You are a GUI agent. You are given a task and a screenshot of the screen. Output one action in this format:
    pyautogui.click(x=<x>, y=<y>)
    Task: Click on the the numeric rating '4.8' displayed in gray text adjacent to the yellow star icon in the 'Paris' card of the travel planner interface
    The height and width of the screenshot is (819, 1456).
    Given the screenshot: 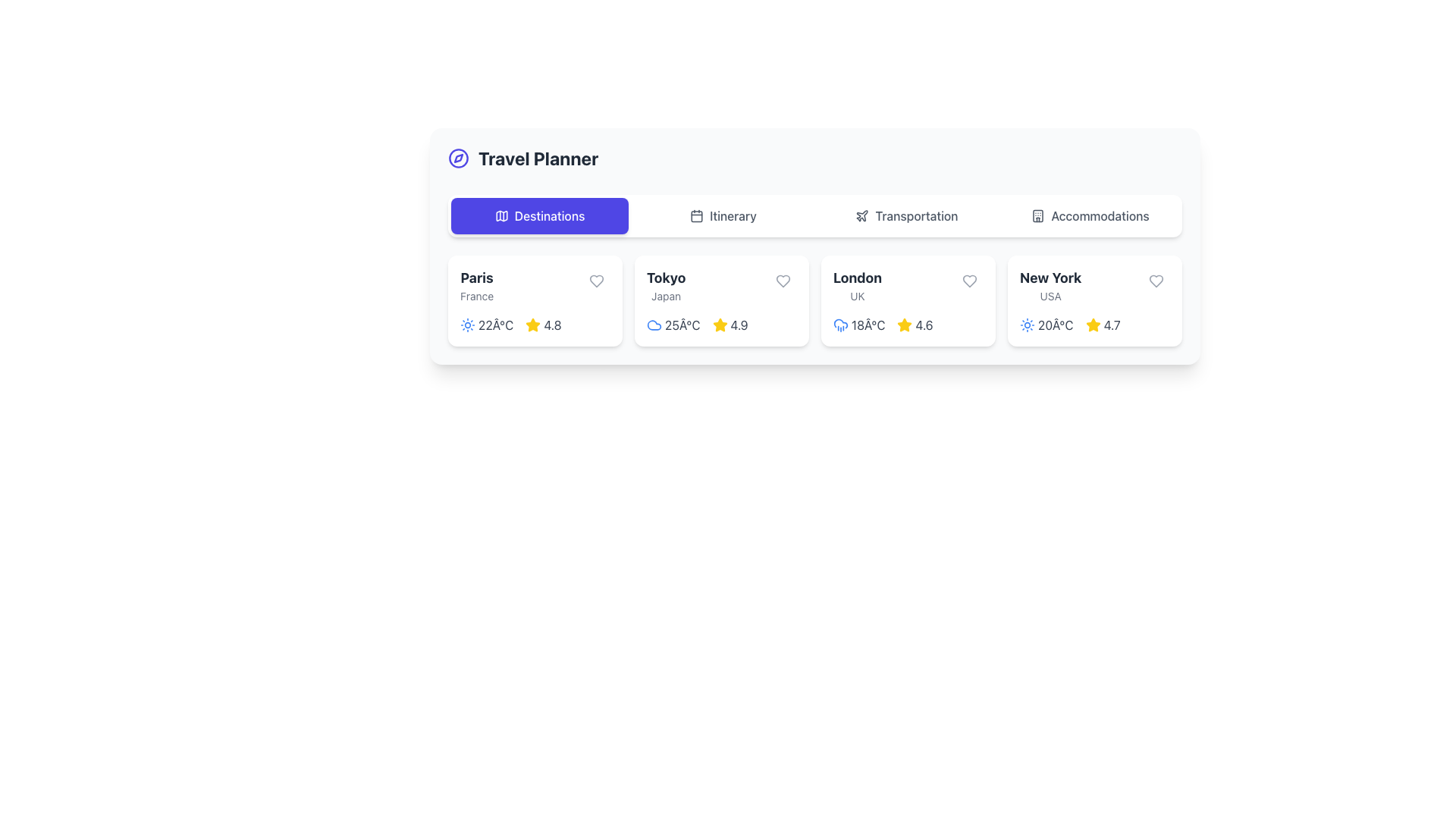 What is the action you would take?
    pyautogui.click(x=551, y=324)
    